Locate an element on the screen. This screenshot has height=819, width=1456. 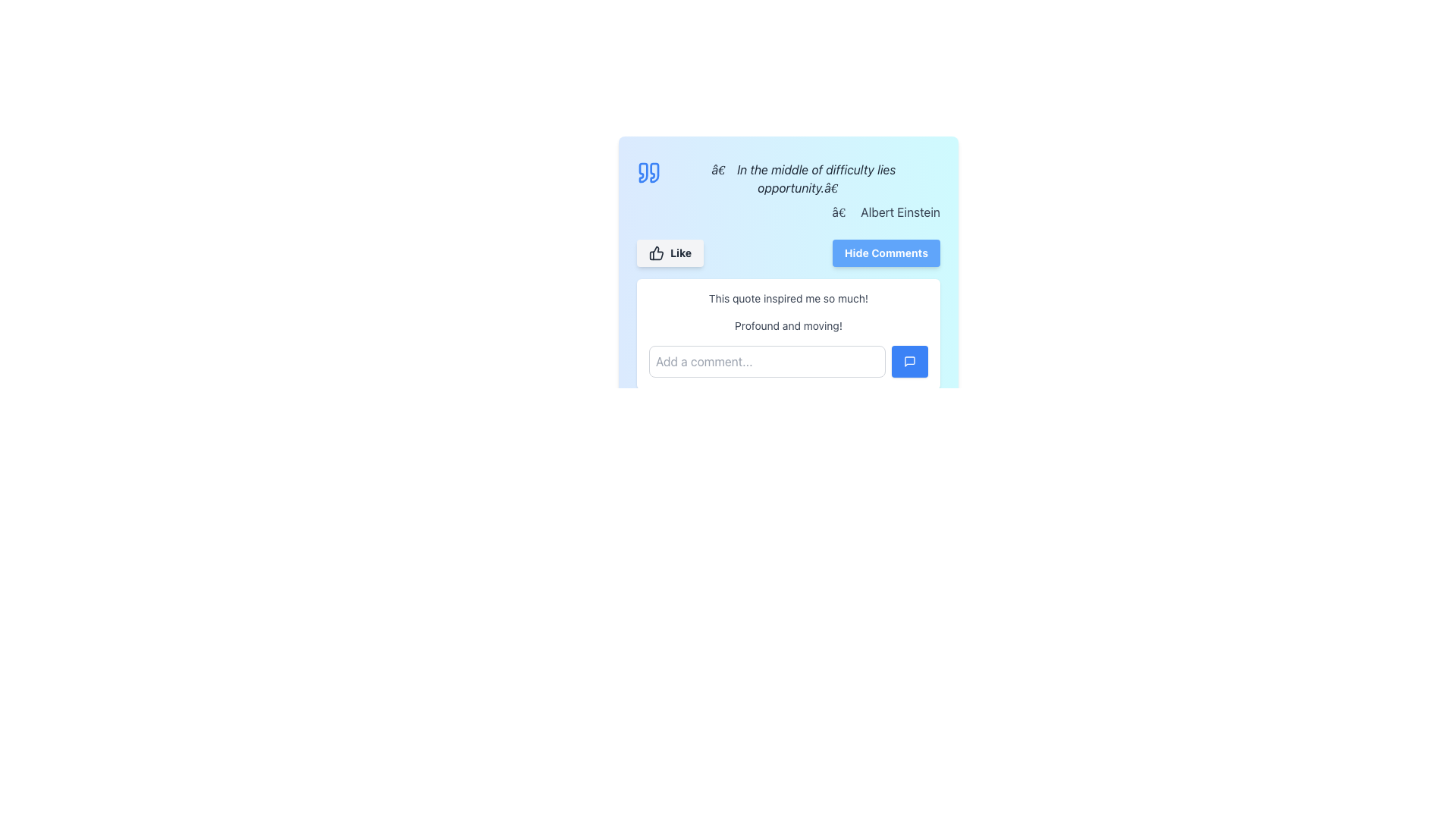
the blue square-shaped button icon located at the bottom-right corner of the comment input section is located at coordinates (910, 362).